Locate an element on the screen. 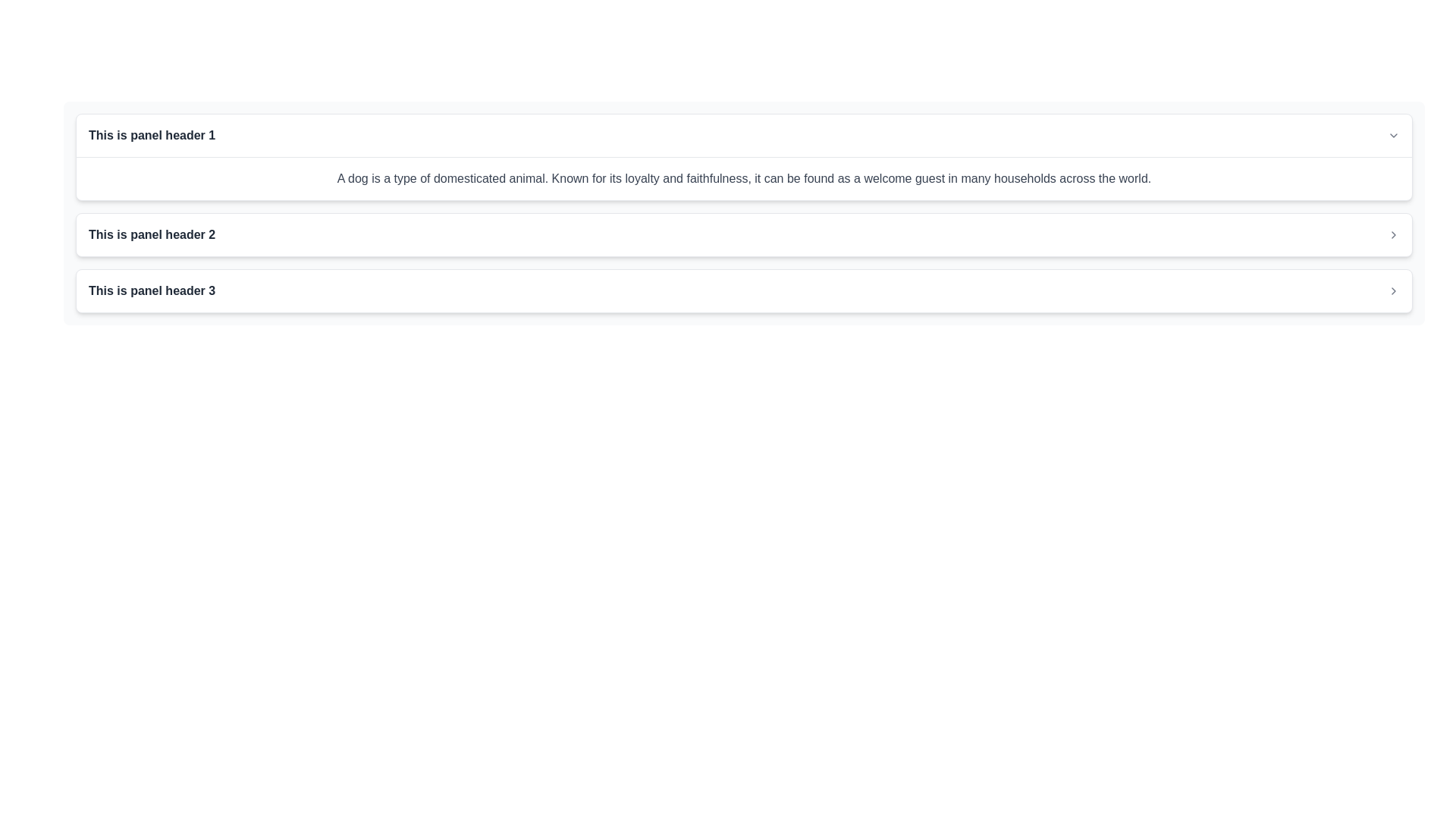 The width and height of the screenshot is (1456, 819). the collapsible toggle icon located at the far-right end of the first panel's header next to 'This is panel header 1' is located at coordinates (1394, 134).